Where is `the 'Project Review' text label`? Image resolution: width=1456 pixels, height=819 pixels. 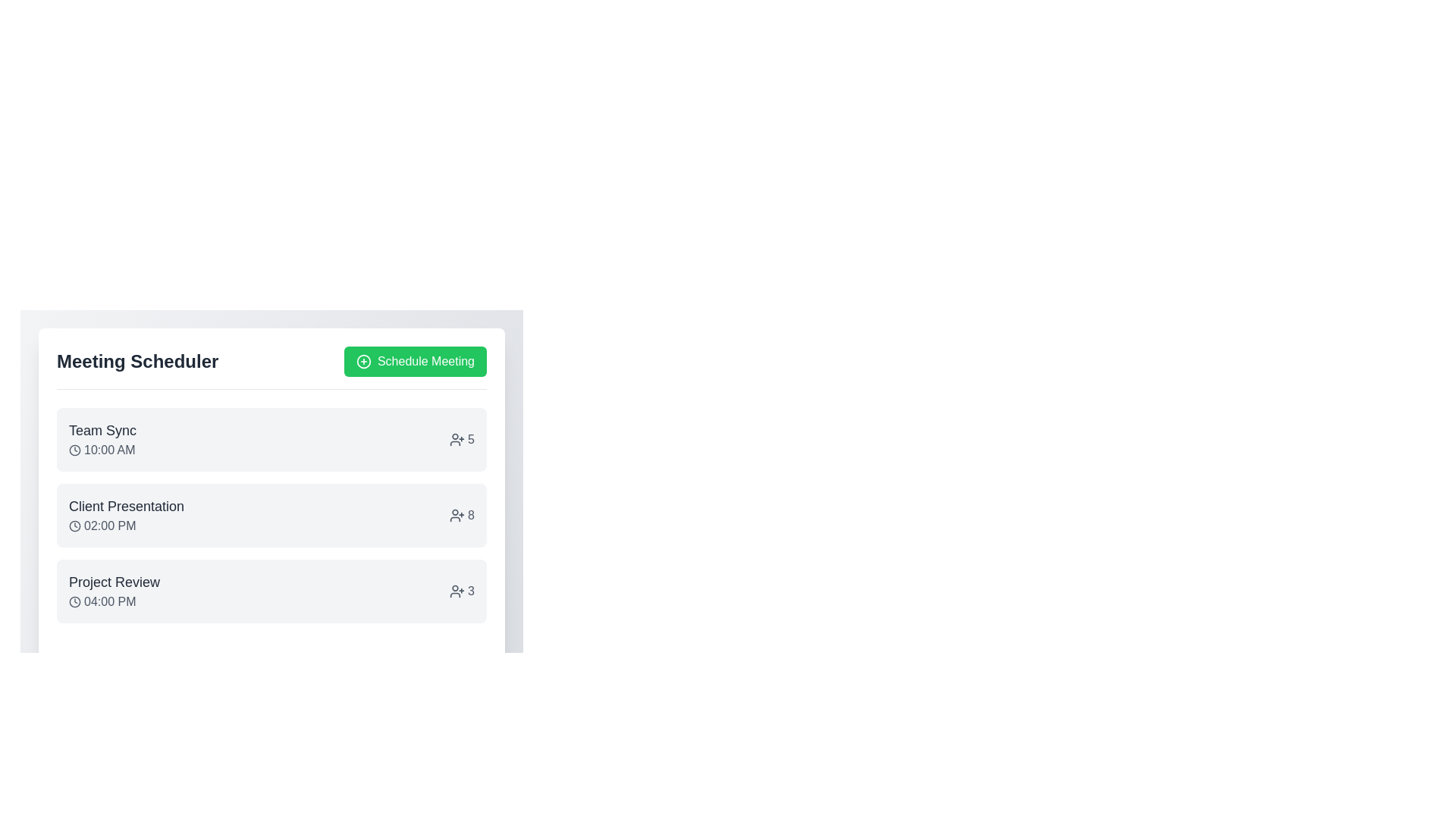
the 'Project Review' text label is located at coordinates (113, 590).